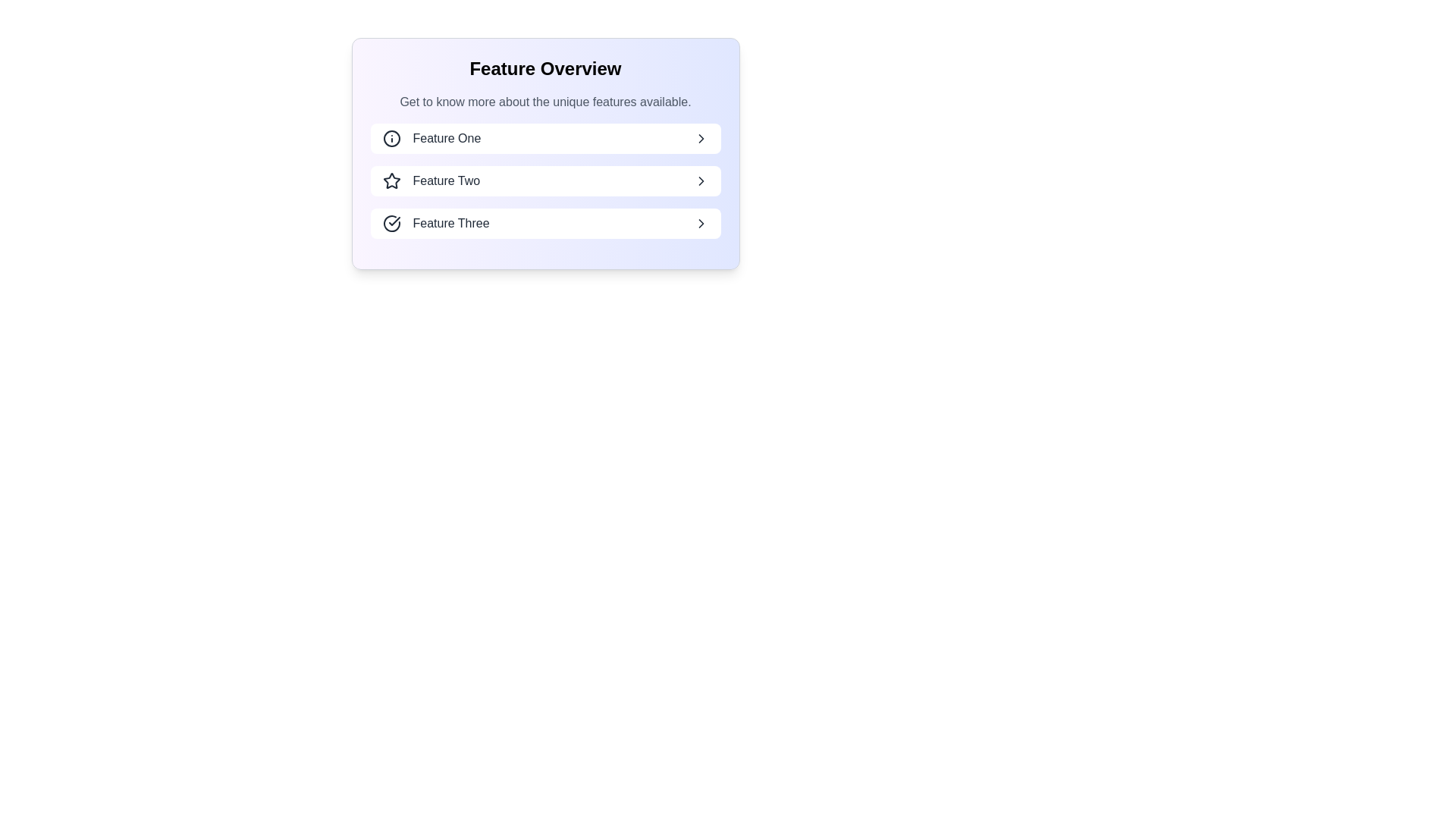 The height and width of the screenshot is (819, 1456). What do you see at coordinates (545, 102) in the screenshot?
I see `the text element containing the sentence 'Get to know more about the unique features available.' which is styled in gray and located below the 'Feature Overview' heading` at bounding box center [545, 102].